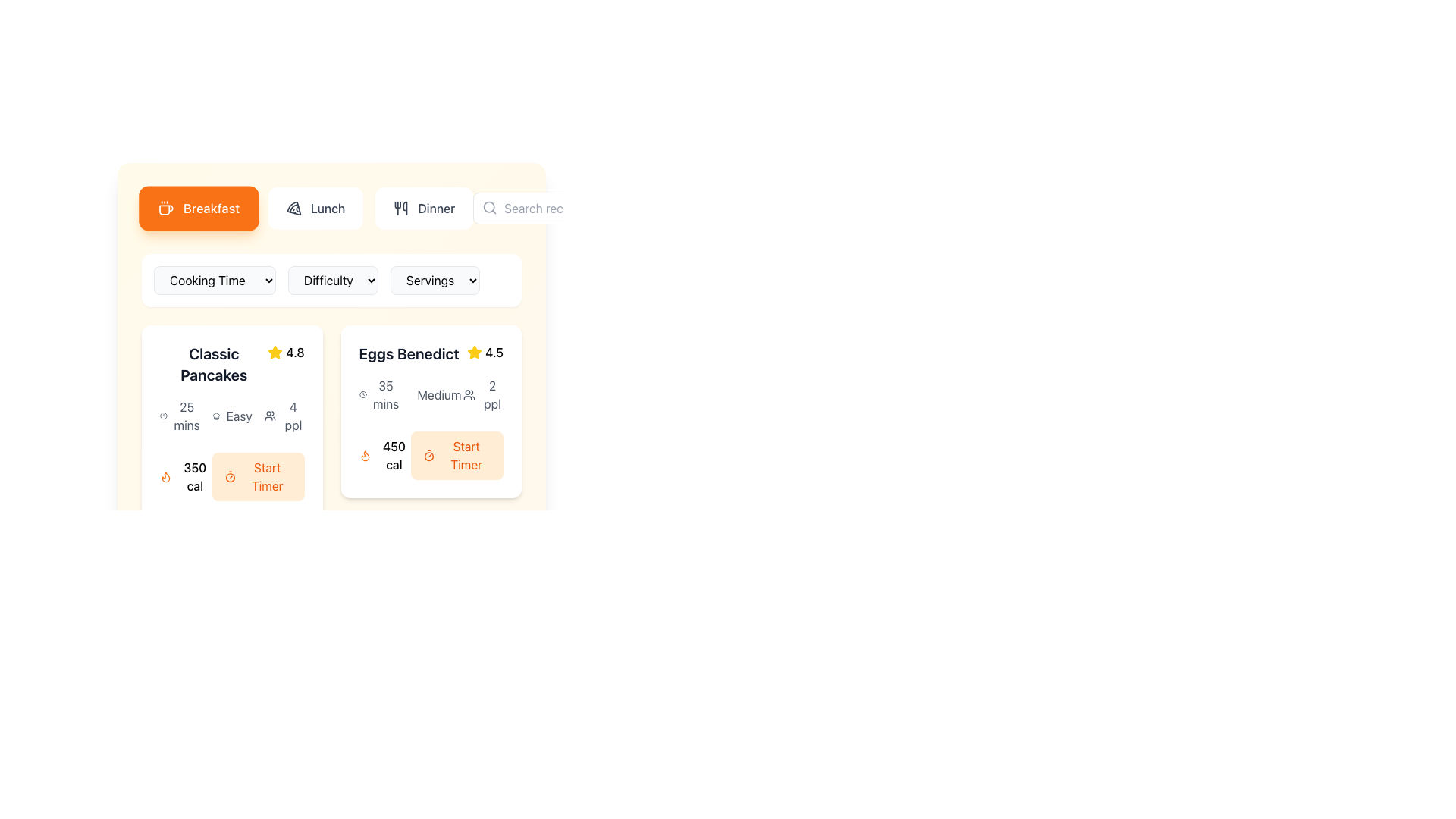 The height and width of the screenshot is (819, 1456). What do you see at coordinates (438, 394) in the screenshot?
I see `the text label indicating the difficulty level of the recipe 'Eggs Benedict', located at the bottom of the recipe card` at bounding box center [438, 394].